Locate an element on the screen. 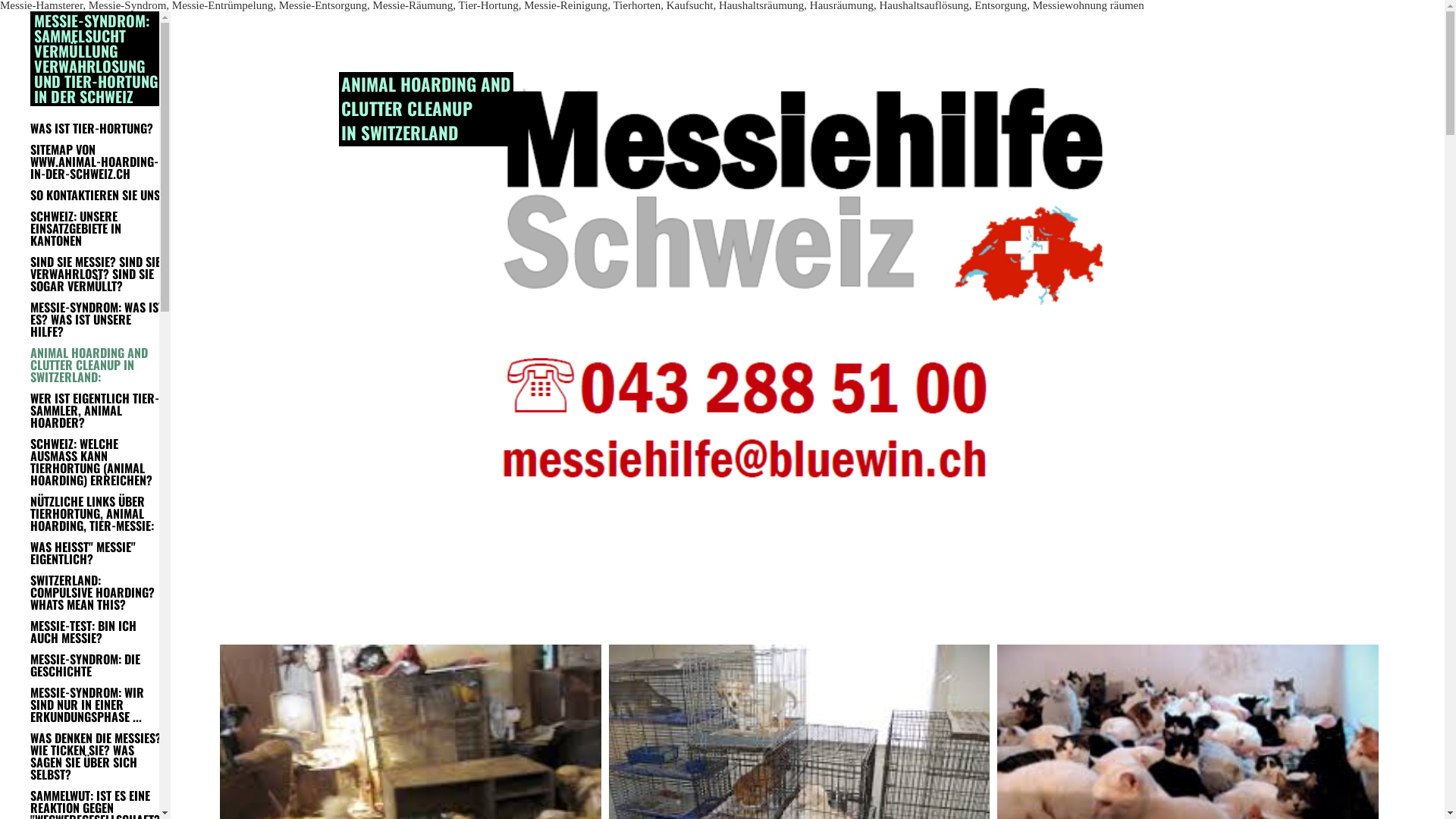  'MESSIE-SYNDROM: WAS IST ES? WAS IST UNSERE HILFE?' is located at coordinates (30, 318).